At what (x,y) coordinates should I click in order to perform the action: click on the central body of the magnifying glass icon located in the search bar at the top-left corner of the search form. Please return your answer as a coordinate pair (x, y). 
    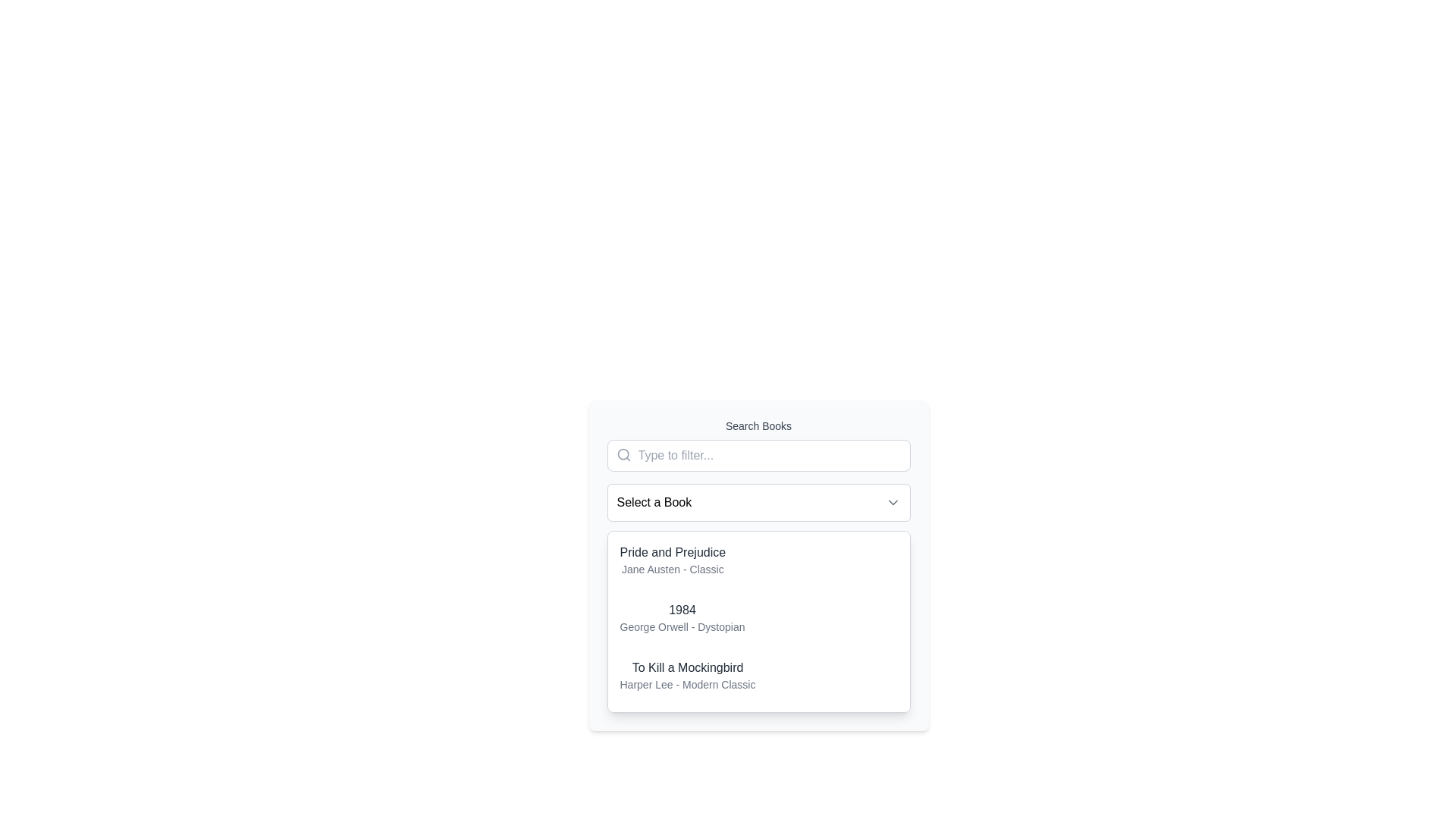
    Looking at the image, I should click on (623, 453).